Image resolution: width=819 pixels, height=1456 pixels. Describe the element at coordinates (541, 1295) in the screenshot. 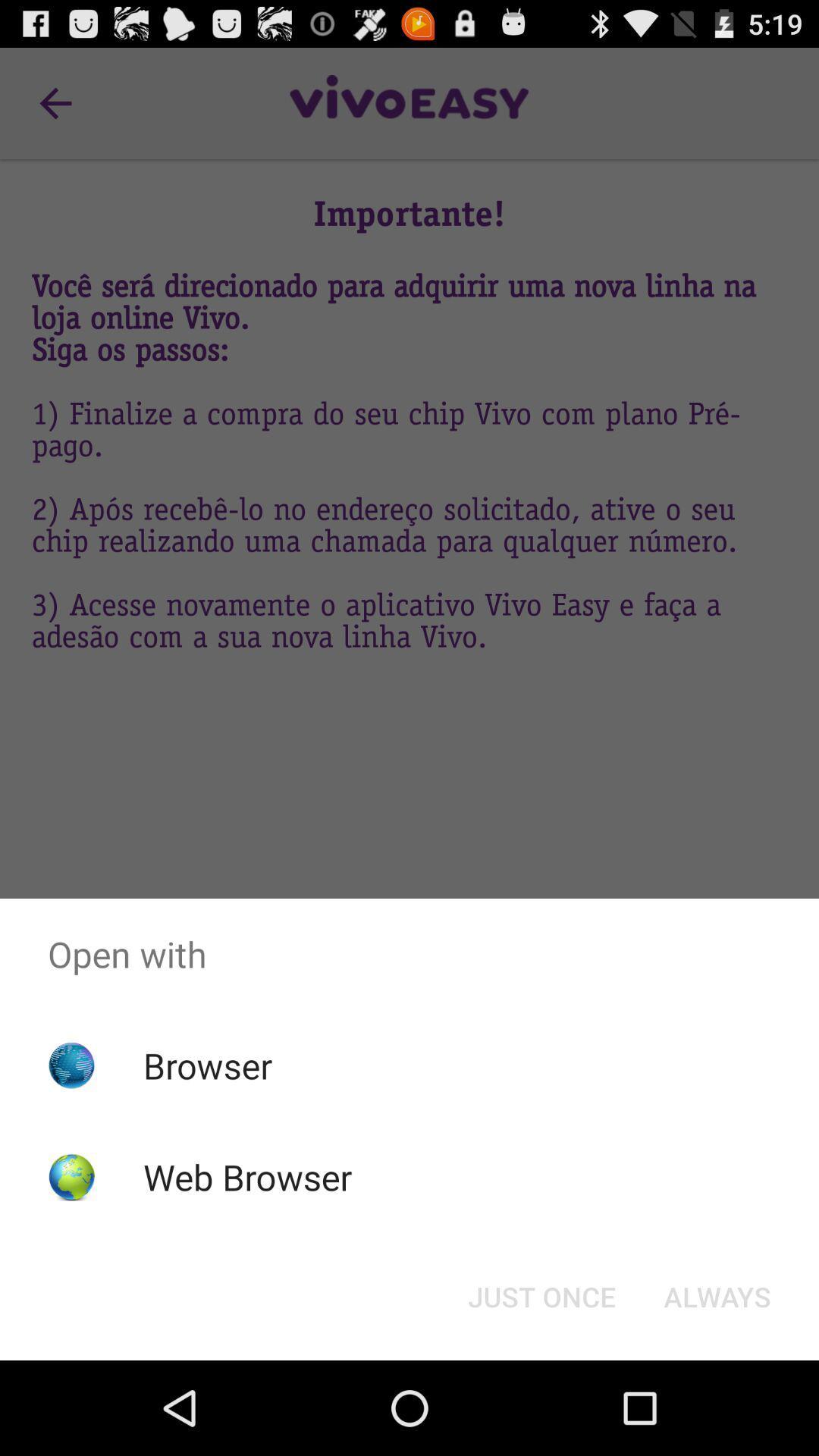

I see `button next to the always button` at that location.